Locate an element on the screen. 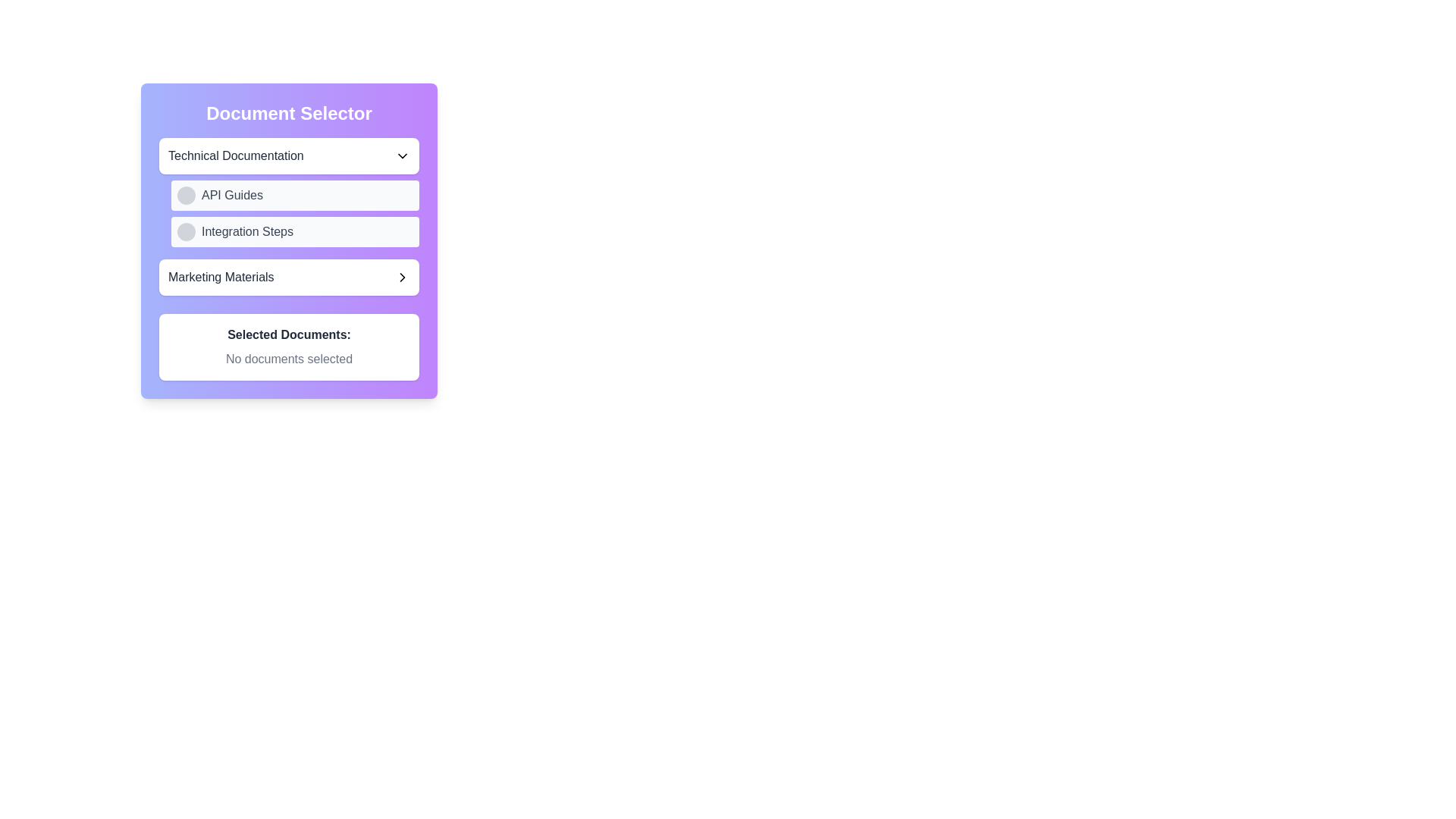  text displayed in the 'Technical Documentation' Text Label, which is bold and dark gray, located near the top of the 'Document Selector' form is located at coordinates (235, 155).